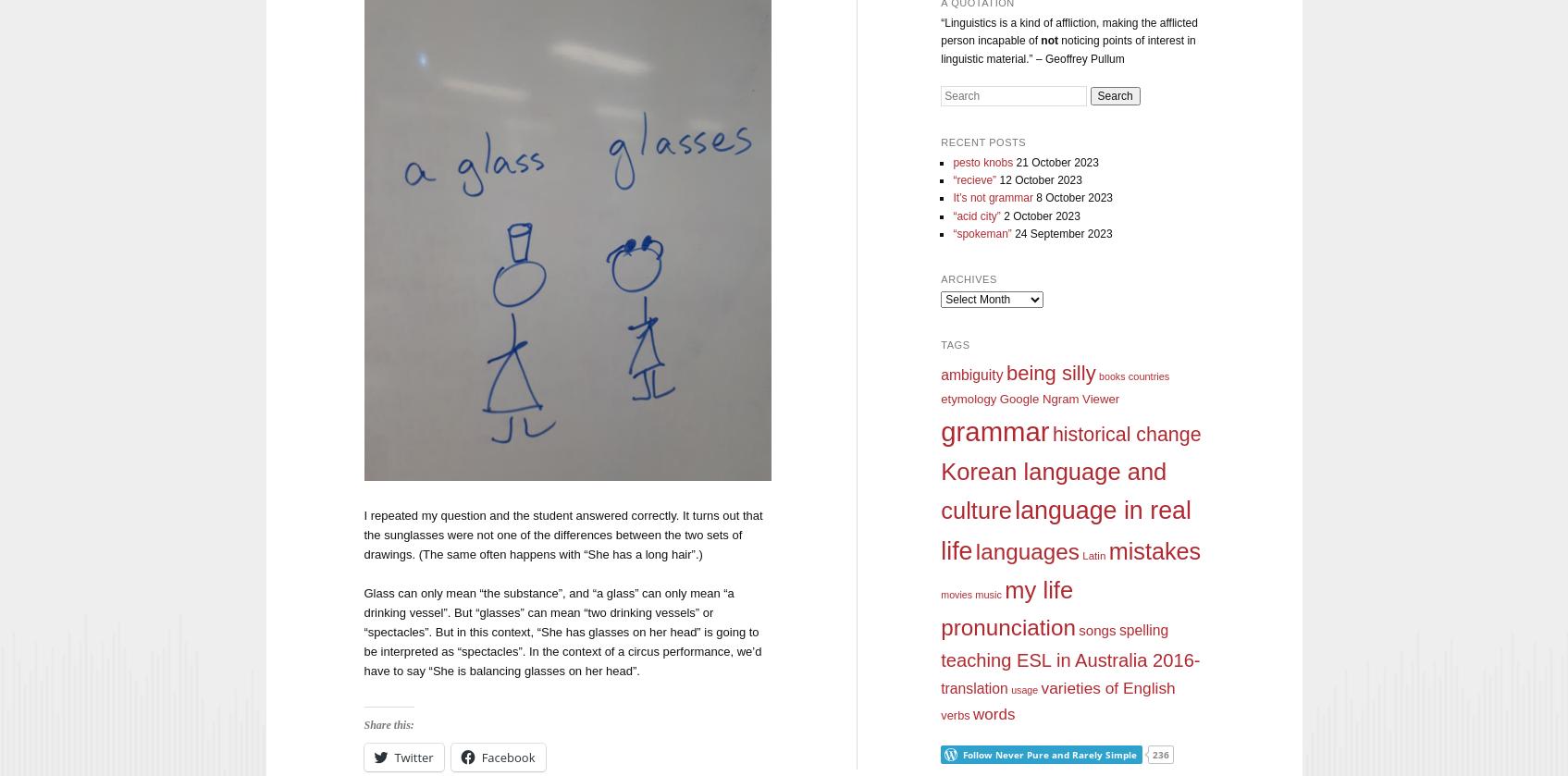 This screenshot has height=776, width=1568. I want to click on 'my life', so click(1037, 587).